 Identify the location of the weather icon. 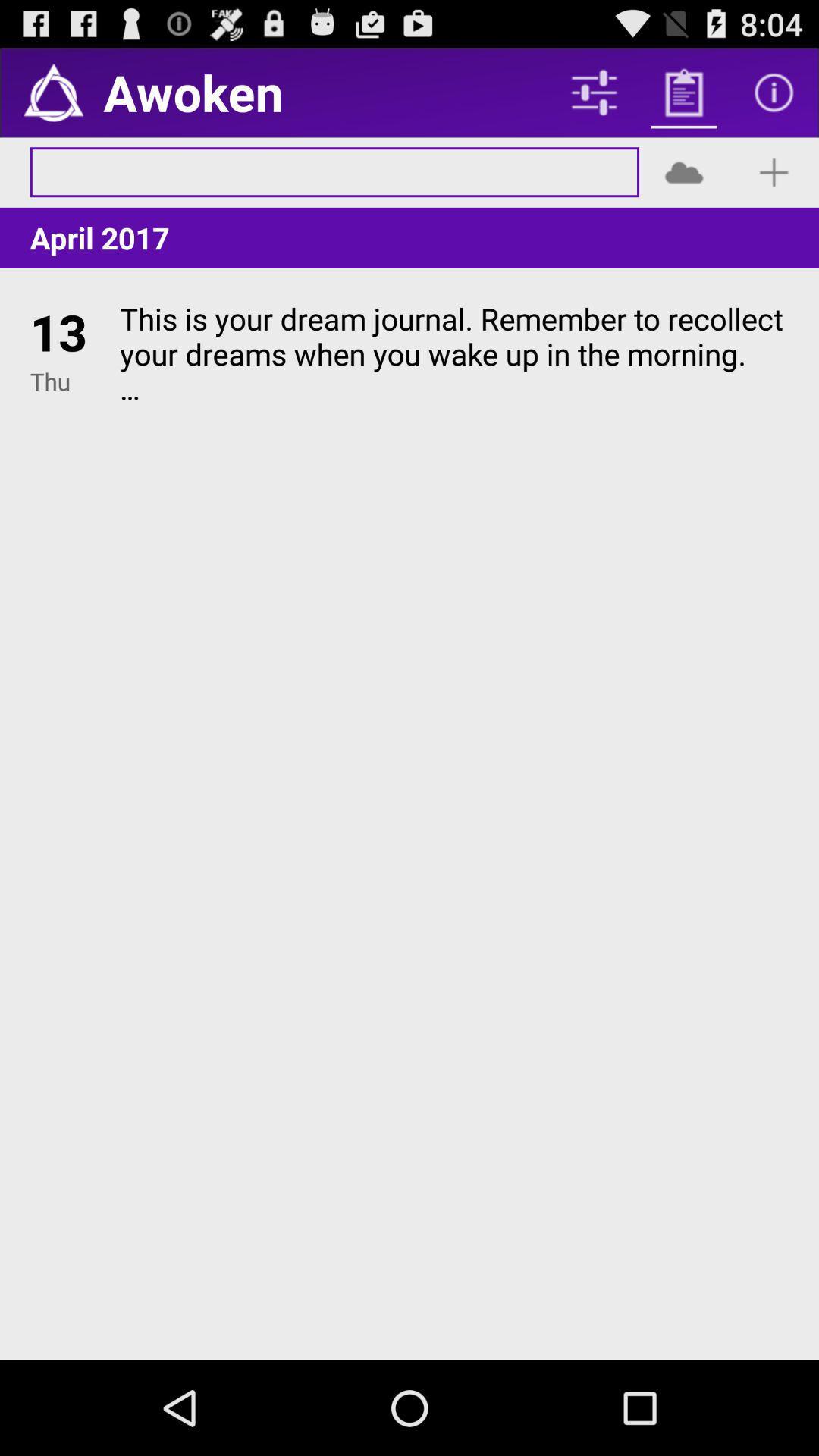
(684, 184).